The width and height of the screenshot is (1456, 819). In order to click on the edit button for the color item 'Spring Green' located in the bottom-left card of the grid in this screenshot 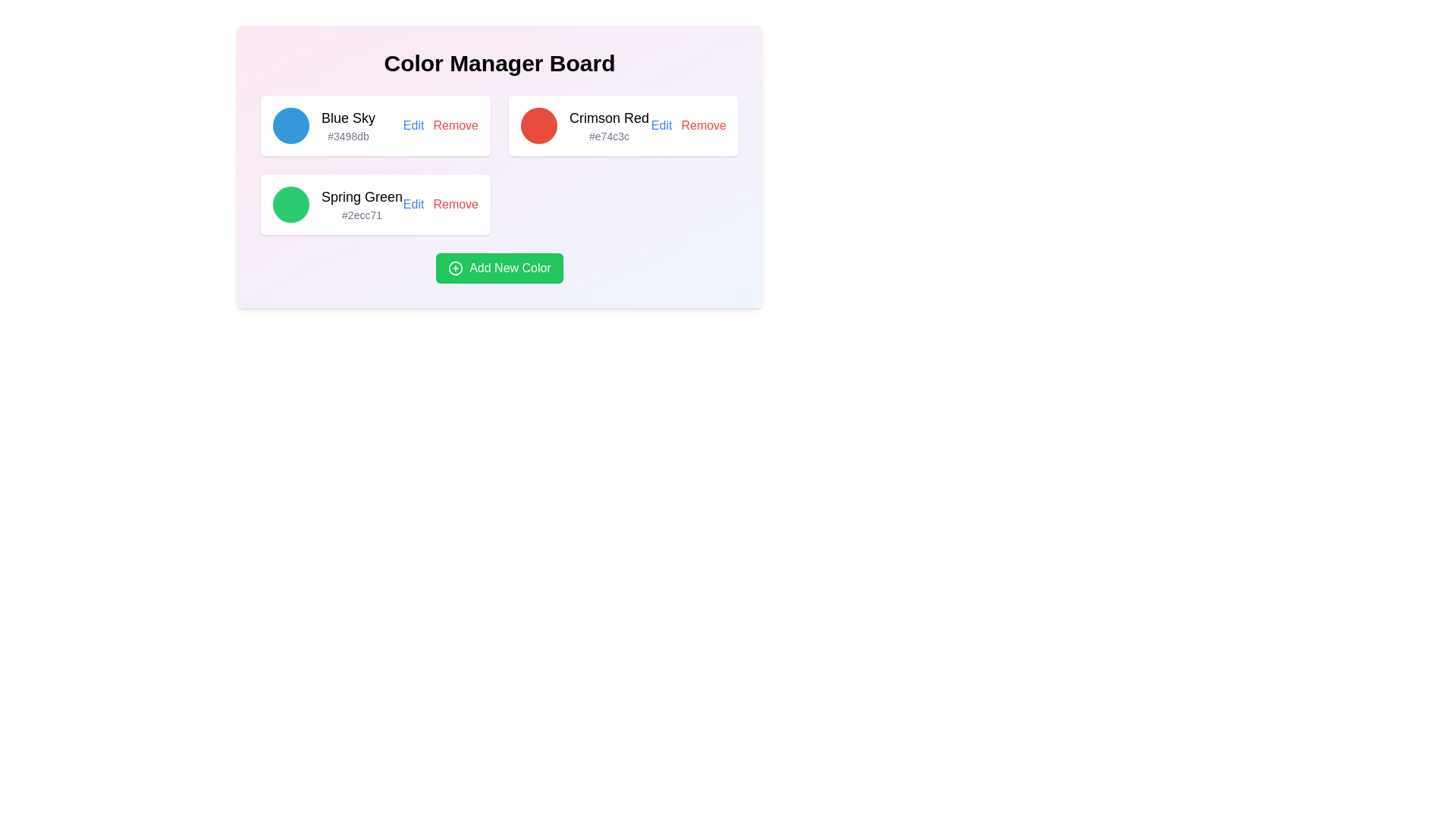, I will do `click(413, 205)`.